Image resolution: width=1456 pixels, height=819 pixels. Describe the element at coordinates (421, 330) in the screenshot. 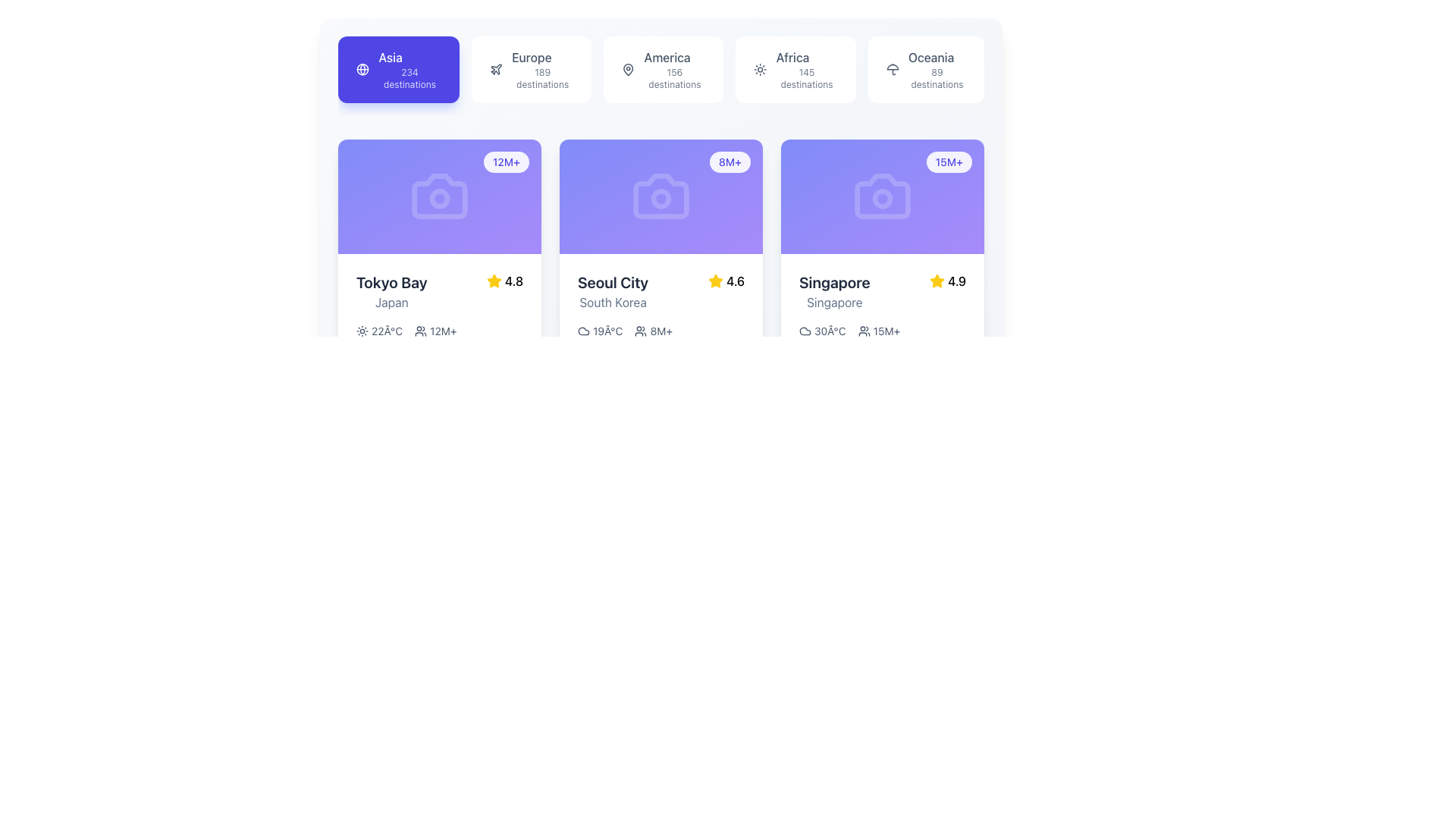

I see `the community icon representing '12M+' associated with Tokyo Bay, located in the bottom section of the card` at that location.